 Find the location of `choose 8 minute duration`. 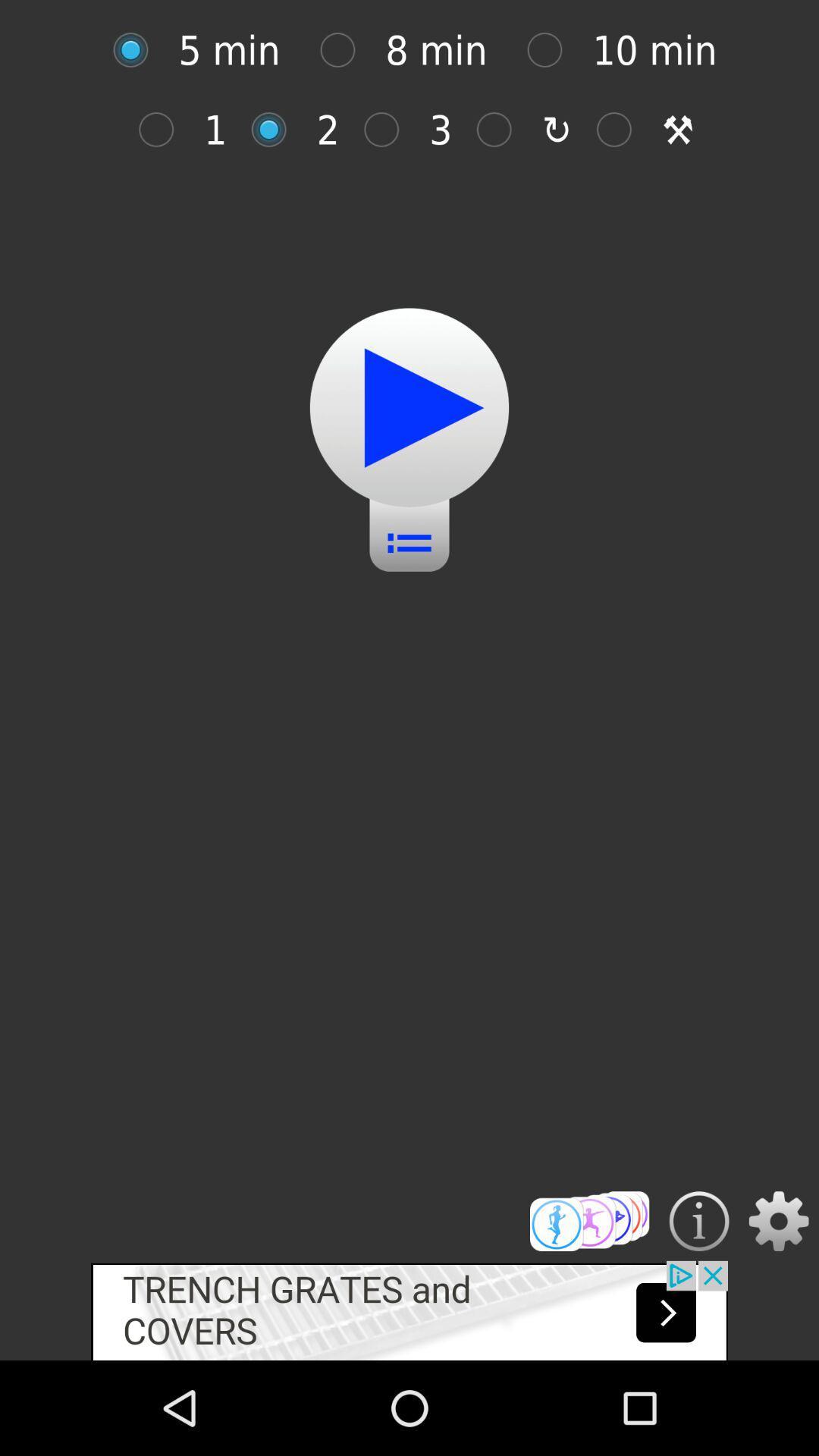

choose 8 minute duration is located at coordinates (345, 50).